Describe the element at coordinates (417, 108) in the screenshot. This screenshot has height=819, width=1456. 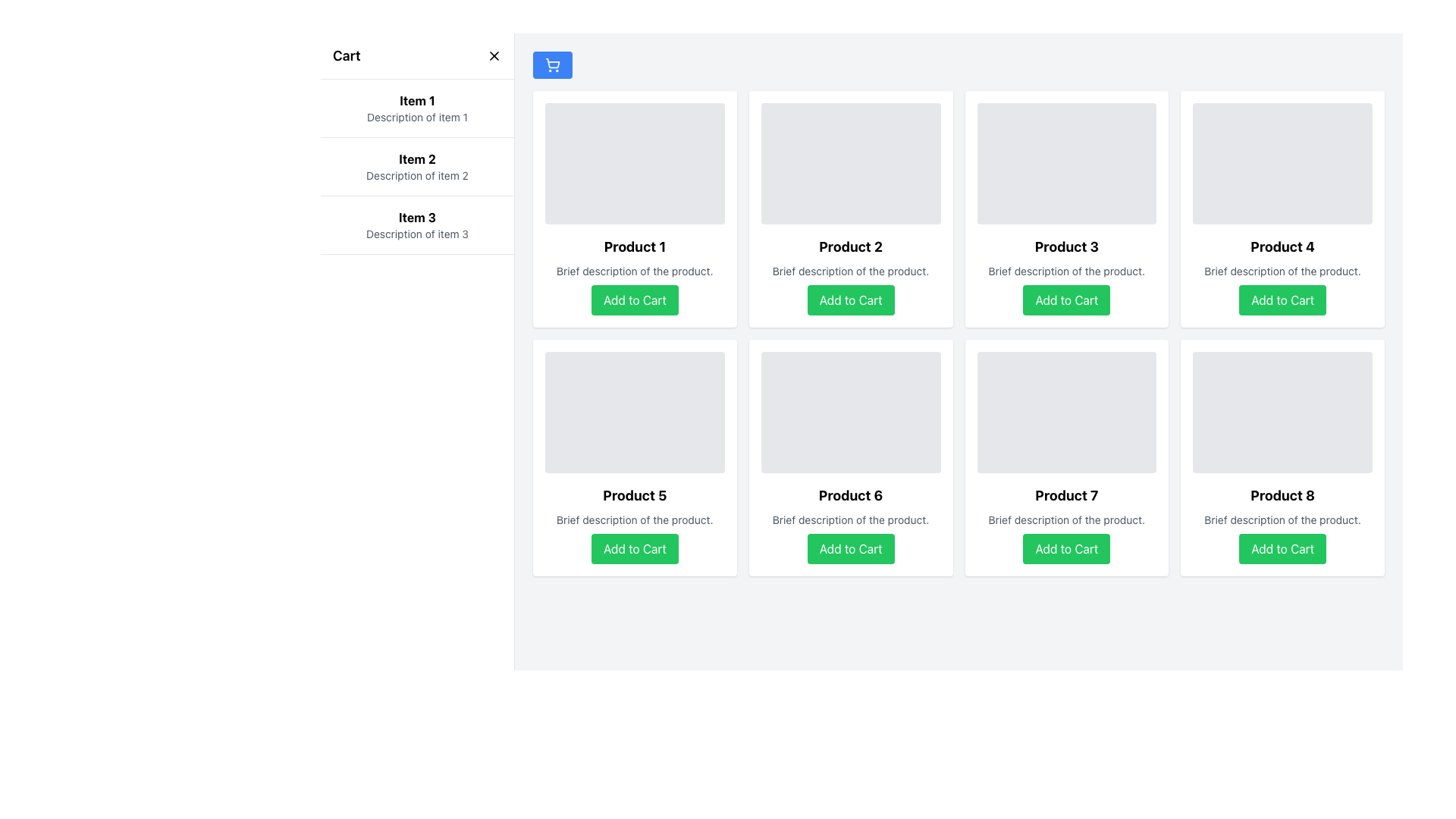
I see `the first list item in the 'Cart' sidebar, which provides information about 'Item 1'` at that location.